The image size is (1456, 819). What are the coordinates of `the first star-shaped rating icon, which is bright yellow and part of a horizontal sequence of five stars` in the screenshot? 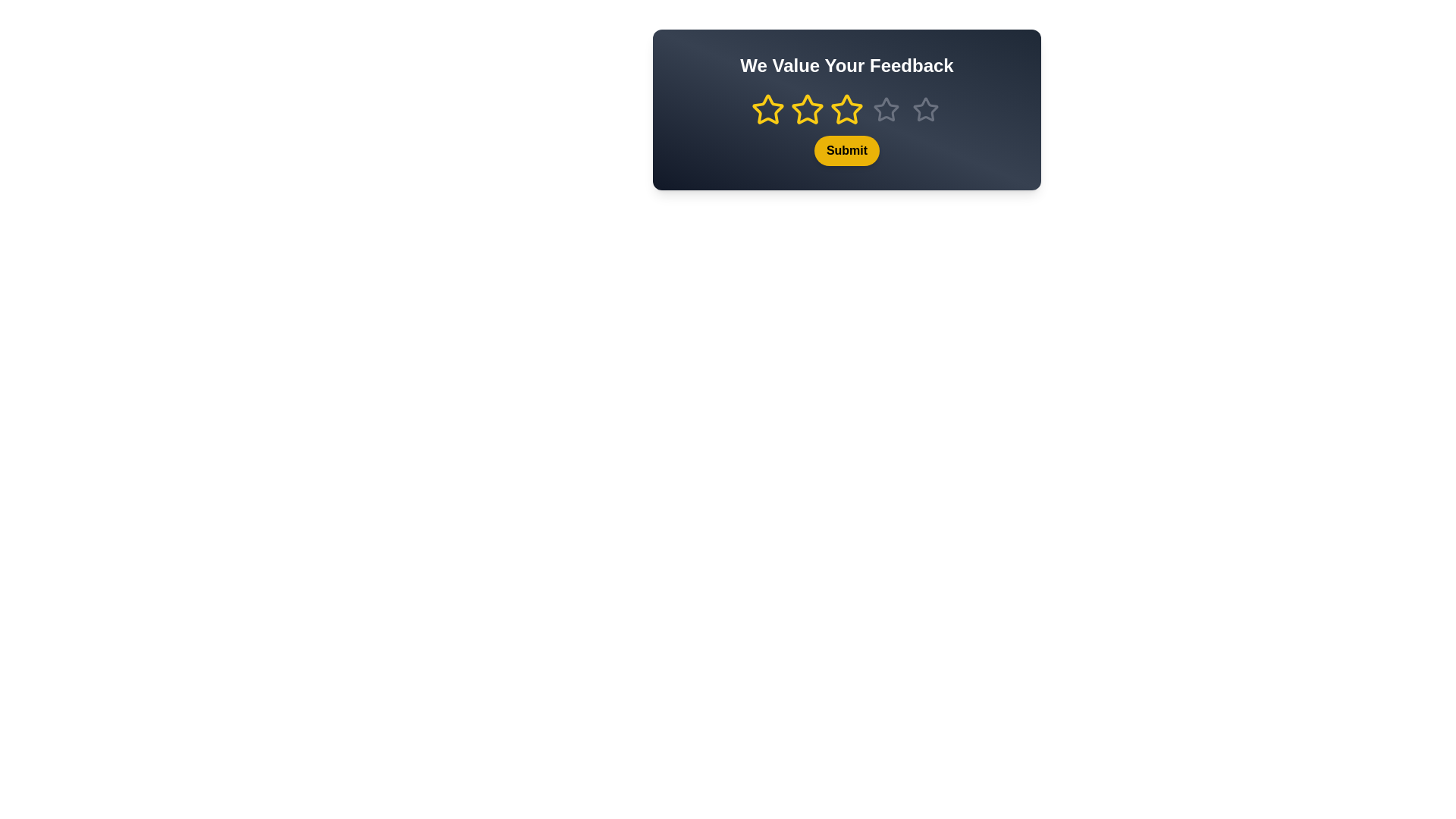 It's located at (767, 109).